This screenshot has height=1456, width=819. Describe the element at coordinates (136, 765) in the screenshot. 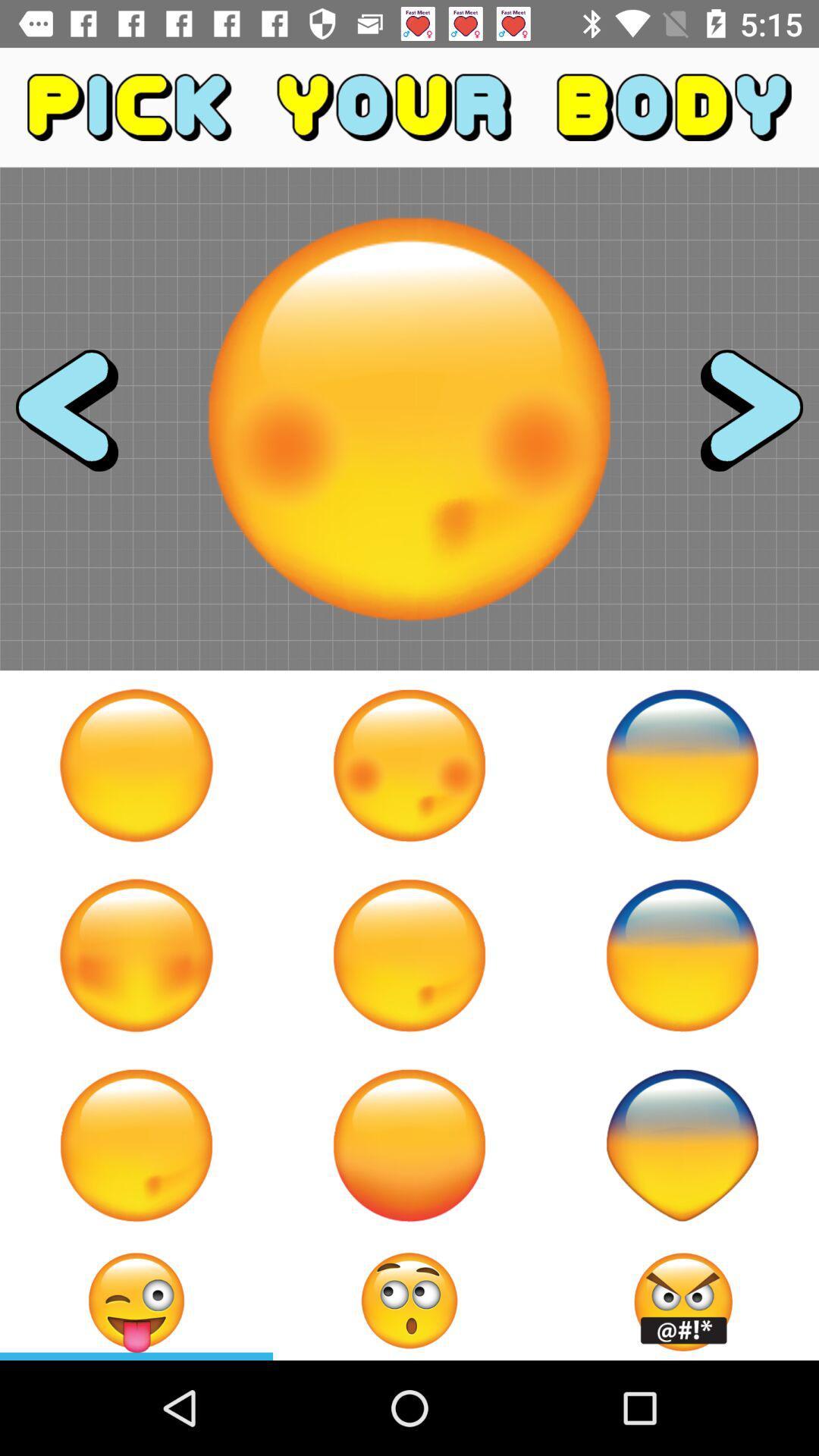

I see `body` at that location.